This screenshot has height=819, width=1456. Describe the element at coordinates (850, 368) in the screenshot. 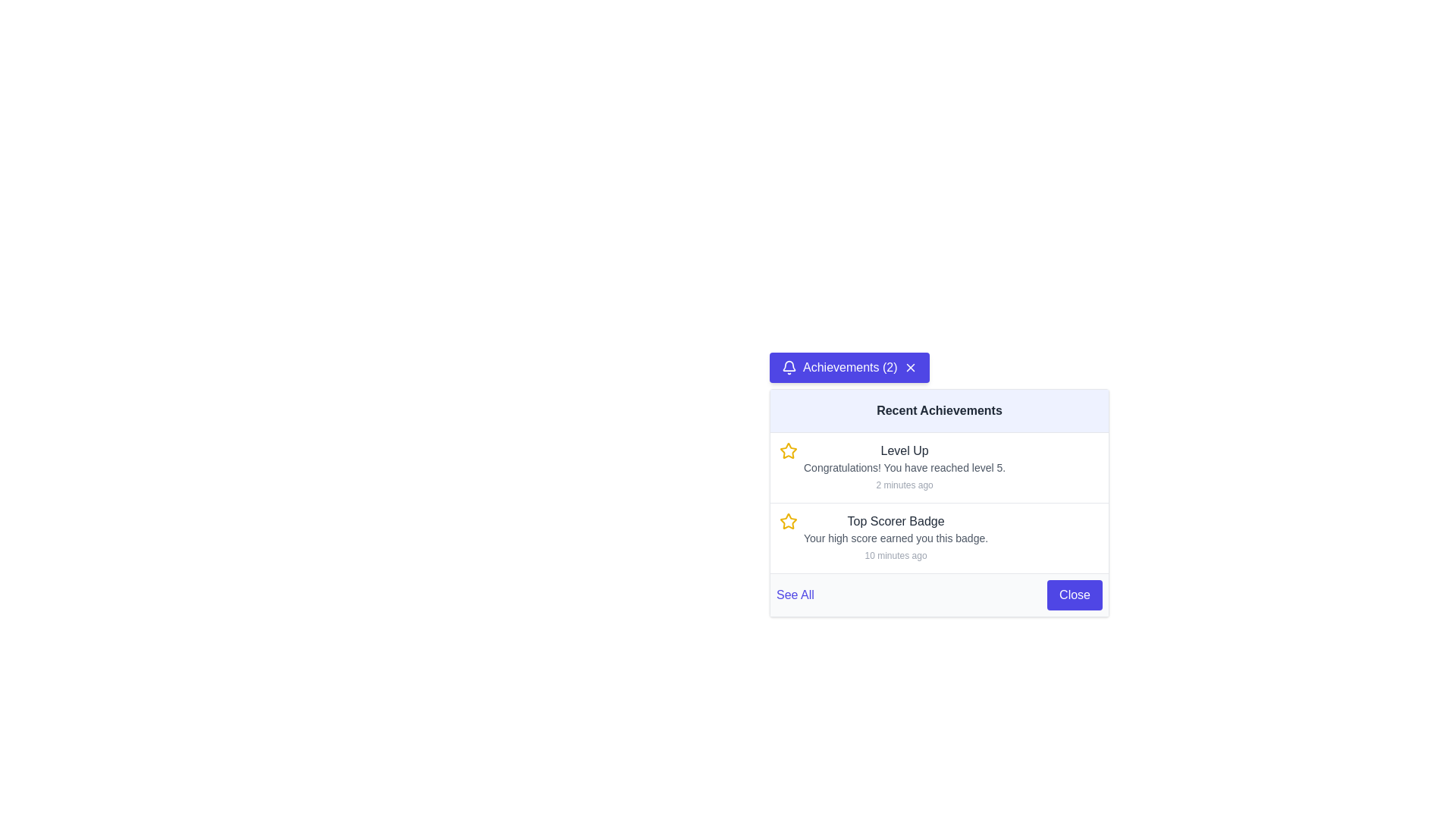

I see `the achievements label located centrally in the header bar of the modal window, positioned between the left bell icon and the right close button` at that location.